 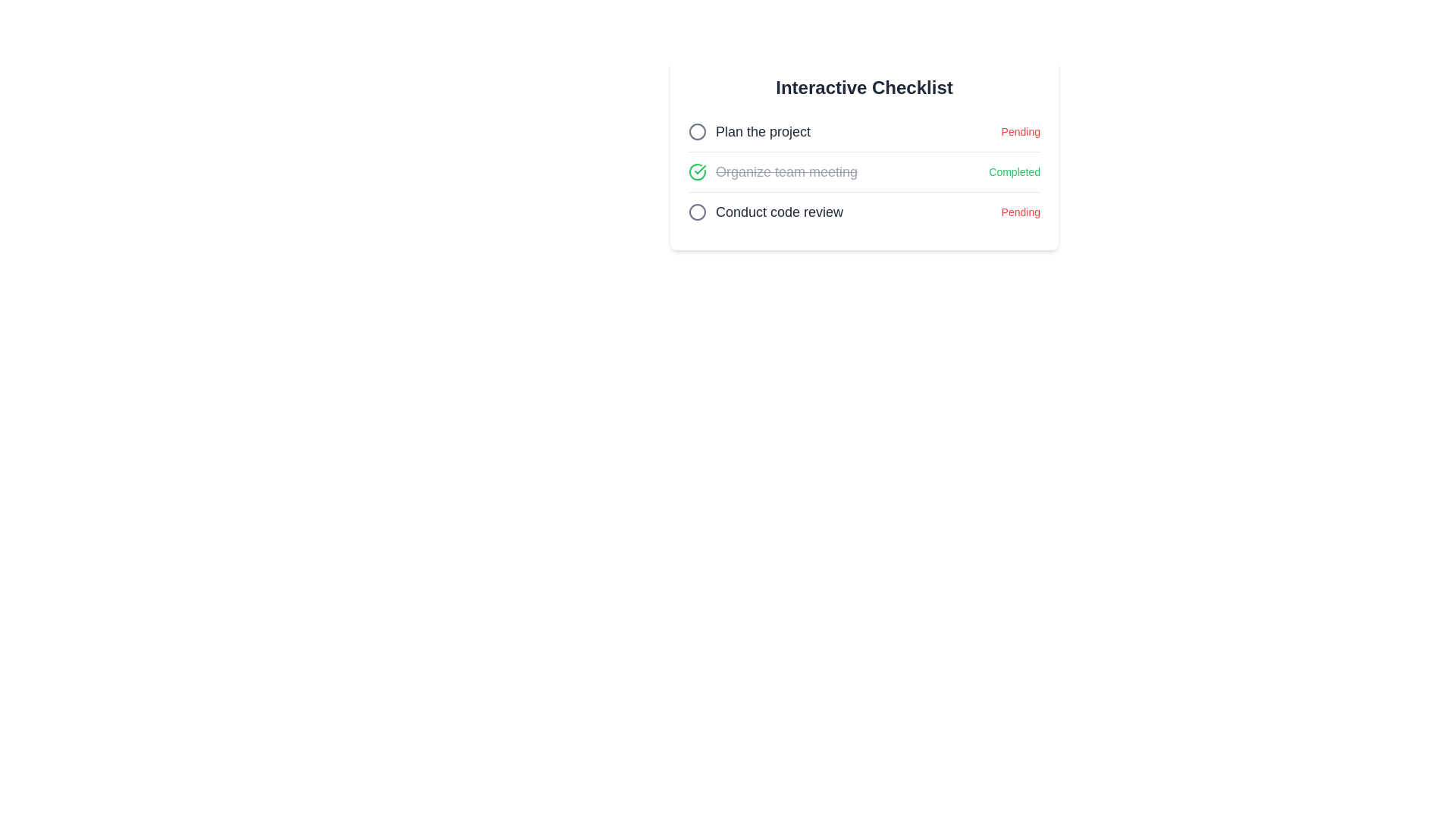 I want to click on the Text Label indicating the status of the 'Conduct code review' task located in the bottom row of the checklist, so click(x=1021, y=212).